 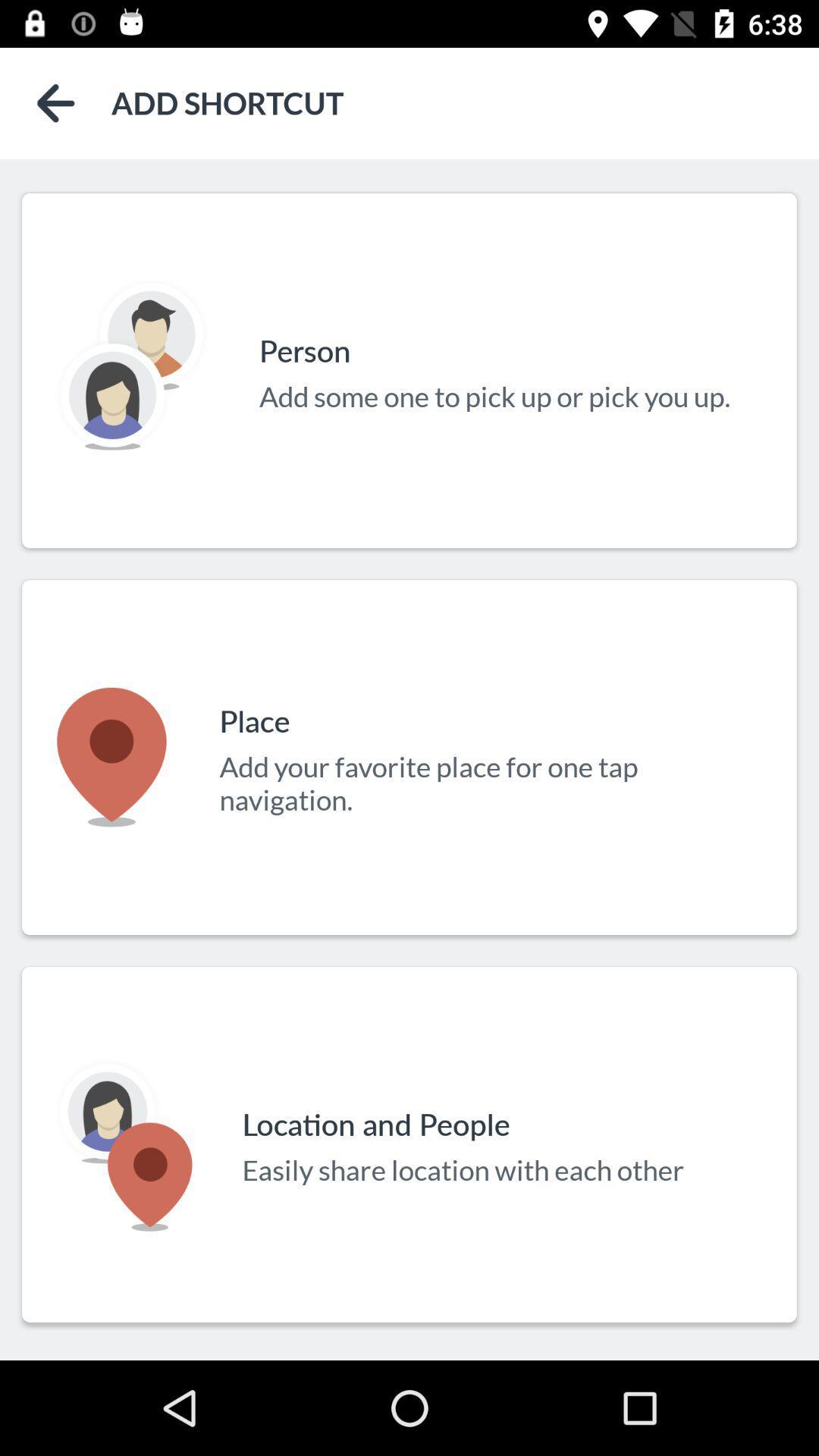 What do you see at coordinates (55, 102) in the screenshot?
I see `the item to the left of add shortcut icon` at bounding box center [55, 102].